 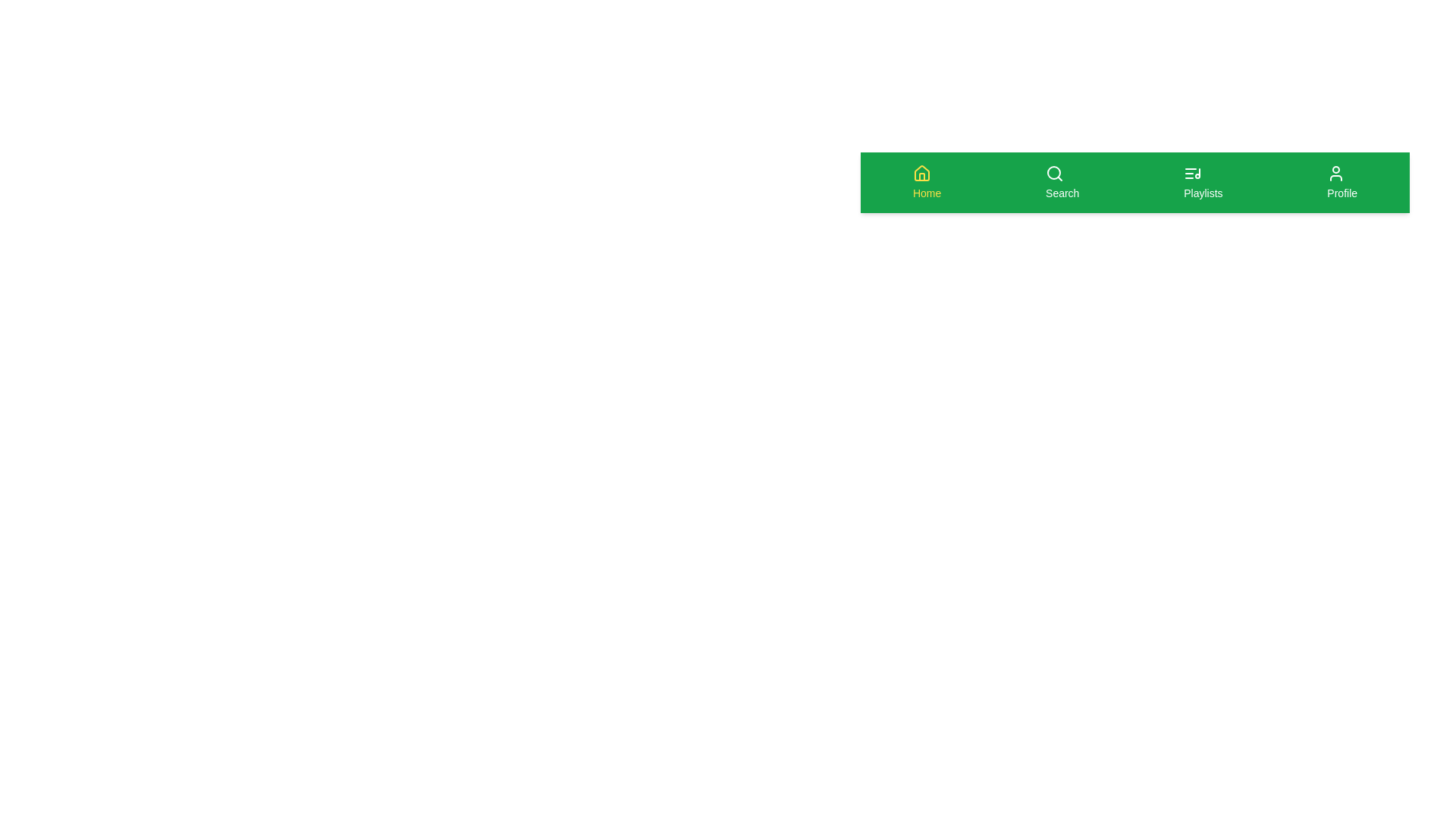 I want to click on the 'Playlists' button in the bottom navigation bar, so click(x=1202, y=181).